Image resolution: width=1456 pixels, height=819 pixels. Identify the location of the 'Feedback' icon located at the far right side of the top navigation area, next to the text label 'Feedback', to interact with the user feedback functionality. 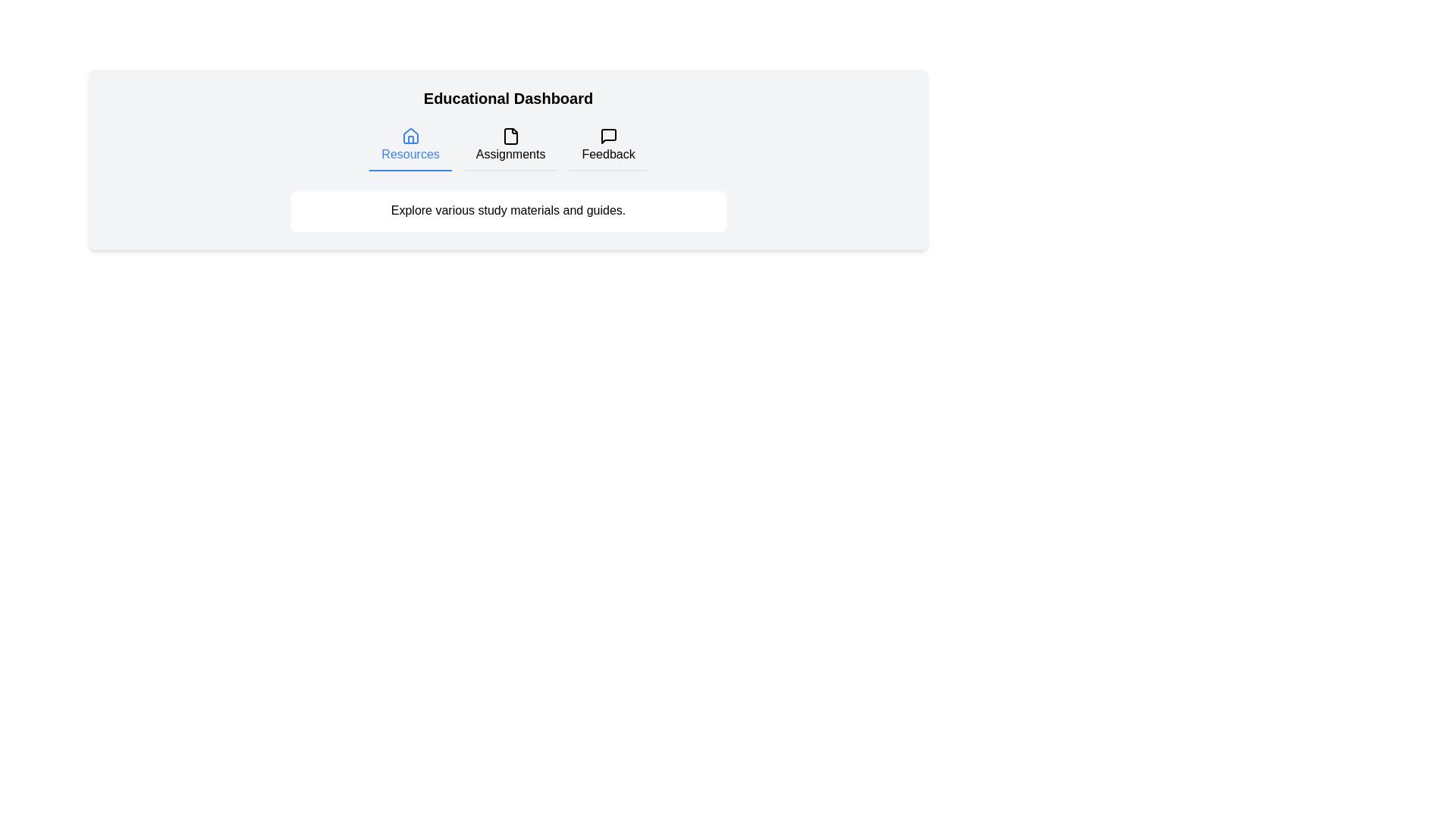
(608, 136).